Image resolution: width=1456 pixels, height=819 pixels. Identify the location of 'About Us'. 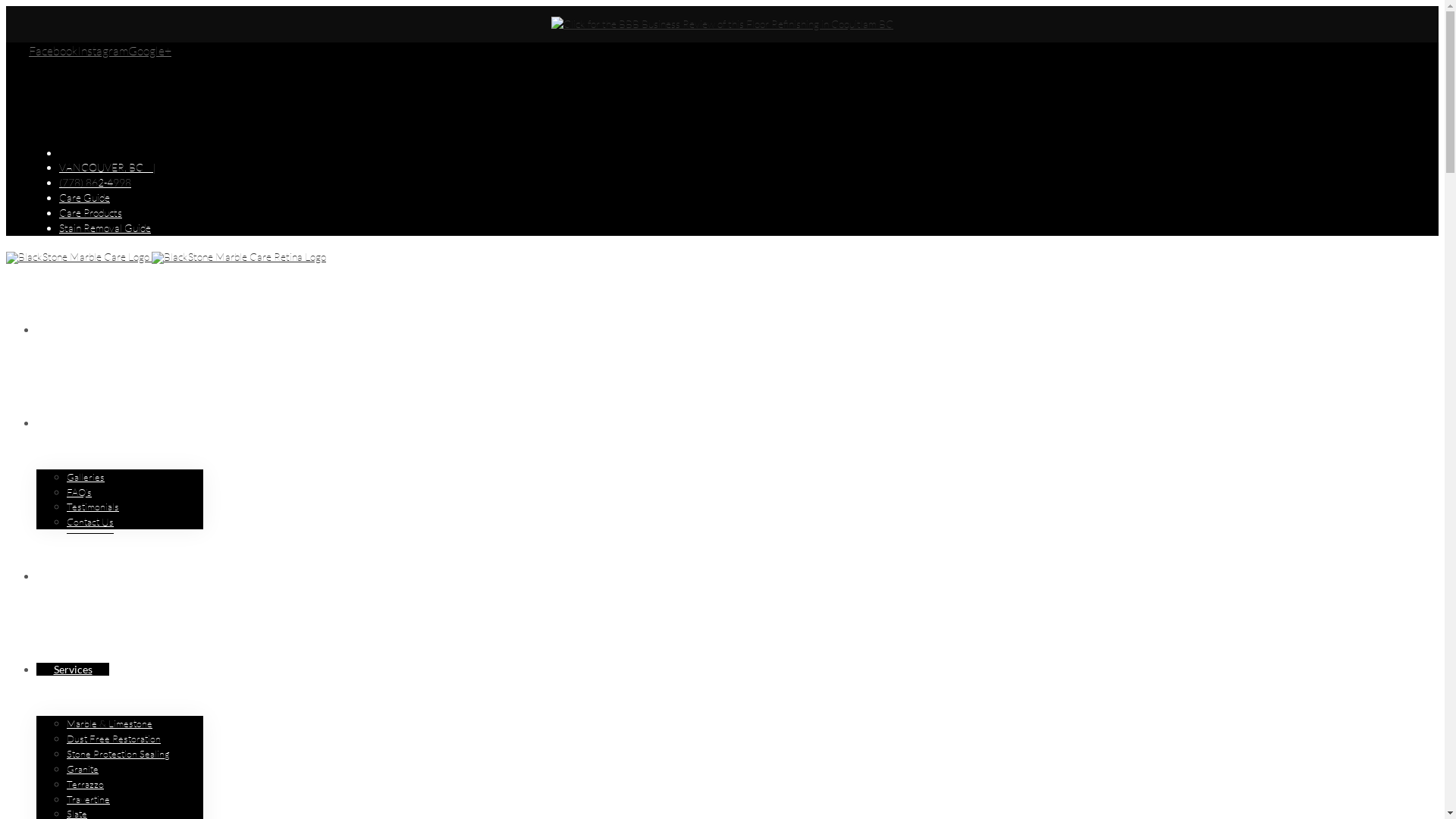
(74, 422).